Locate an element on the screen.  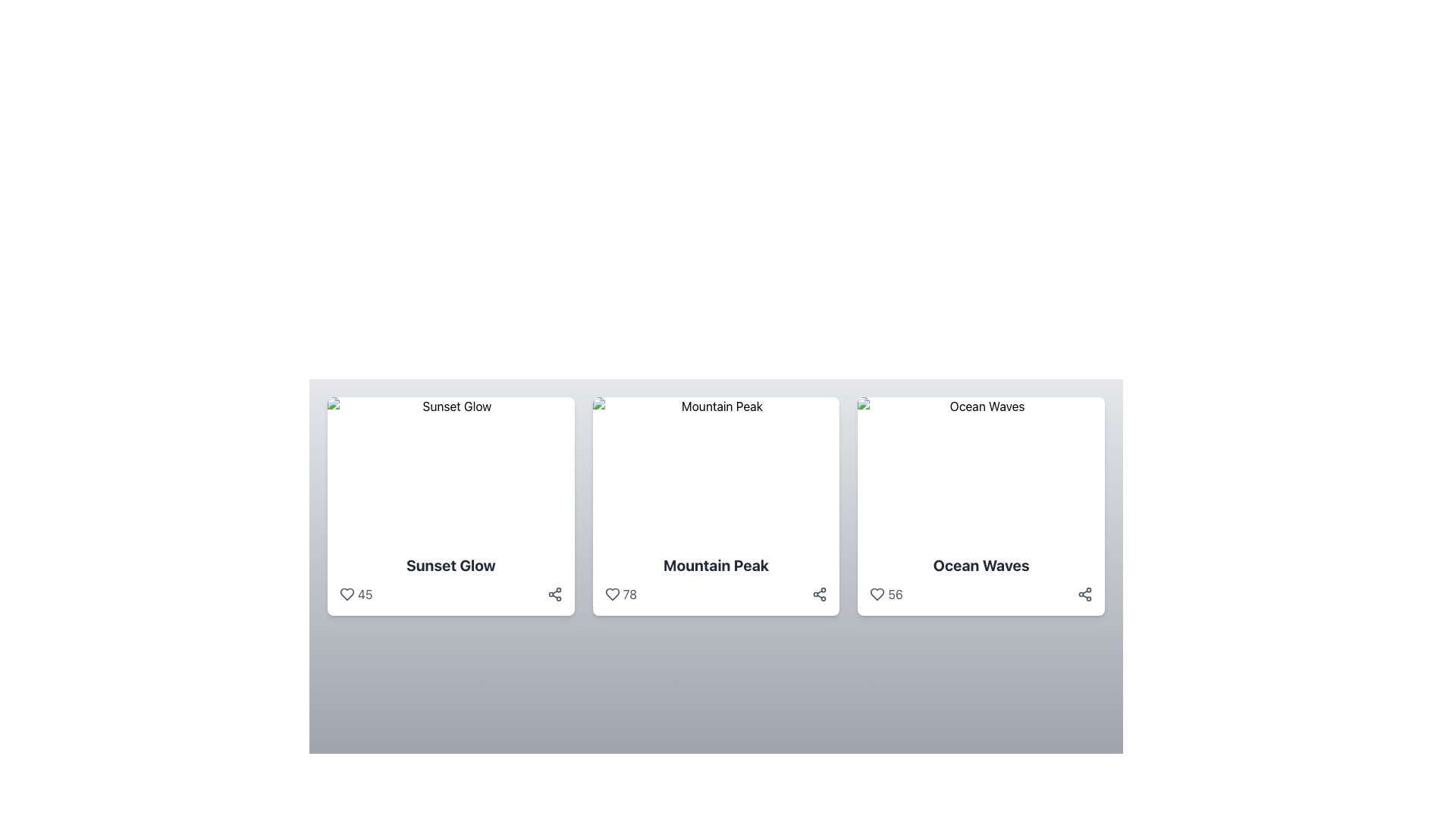
the heart-shaped button representing a favorite action located at the bottom-left corner of the 'Ocean Waves' card is located at coordinates (877, 593).